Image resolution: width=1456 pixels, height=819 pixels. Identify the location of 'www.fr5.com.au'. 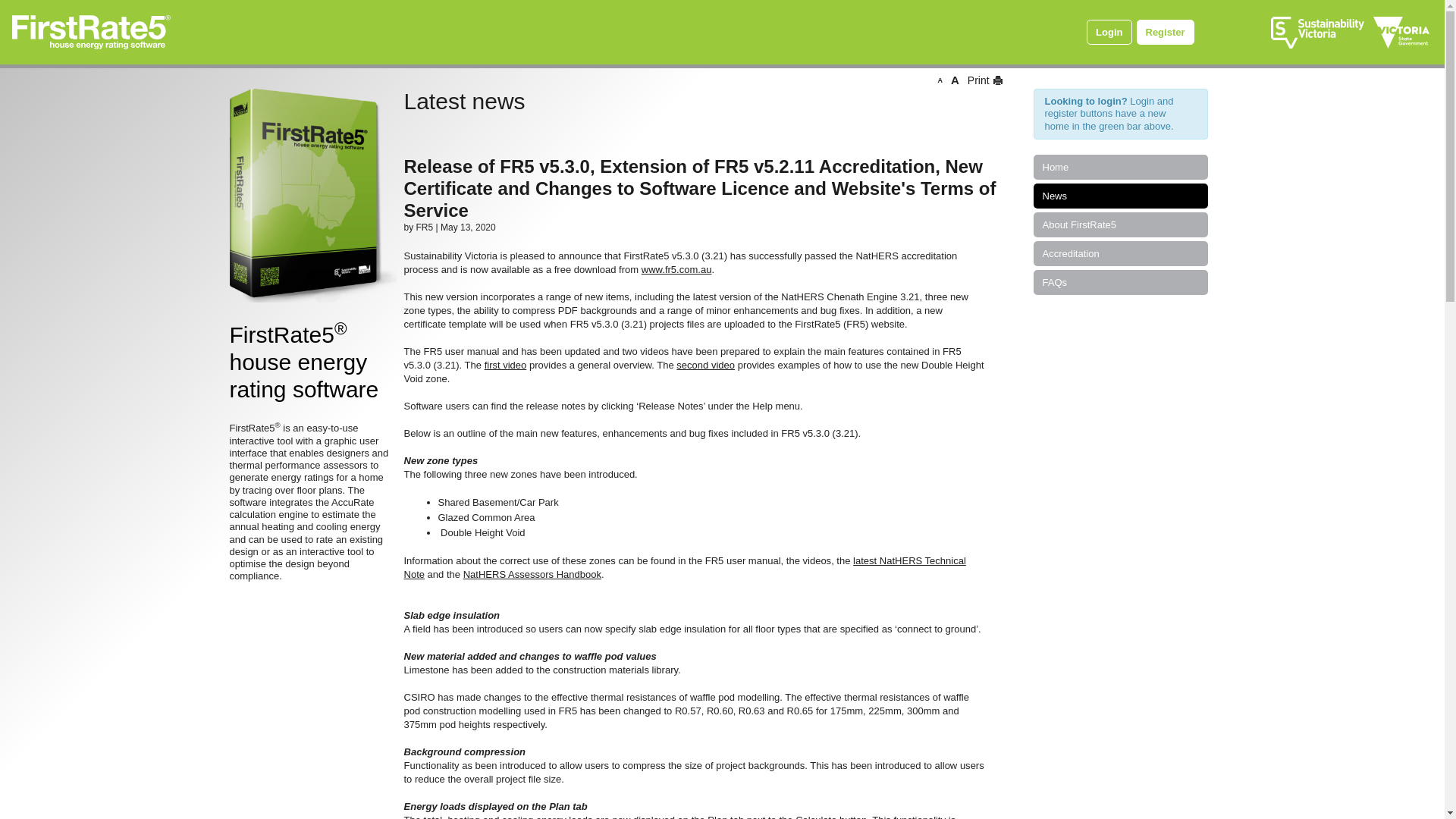
(676, 268).